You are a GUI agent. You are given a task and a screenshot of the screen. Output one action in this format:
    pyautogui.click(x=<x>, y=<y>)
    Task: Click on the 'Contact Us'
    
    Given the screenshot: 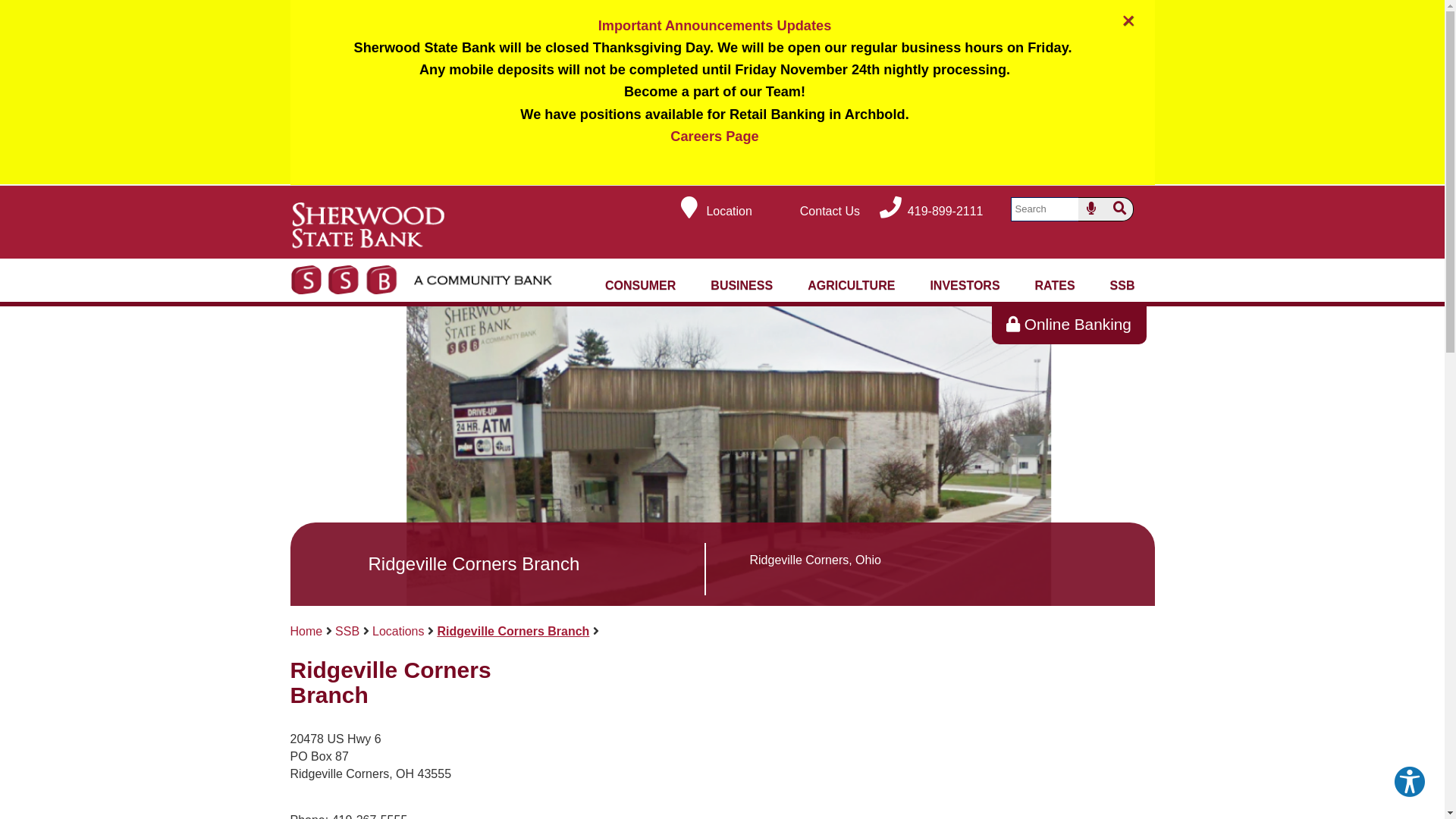 What is the action you would take?
    pyautogui.click(x=814, y=211)
    